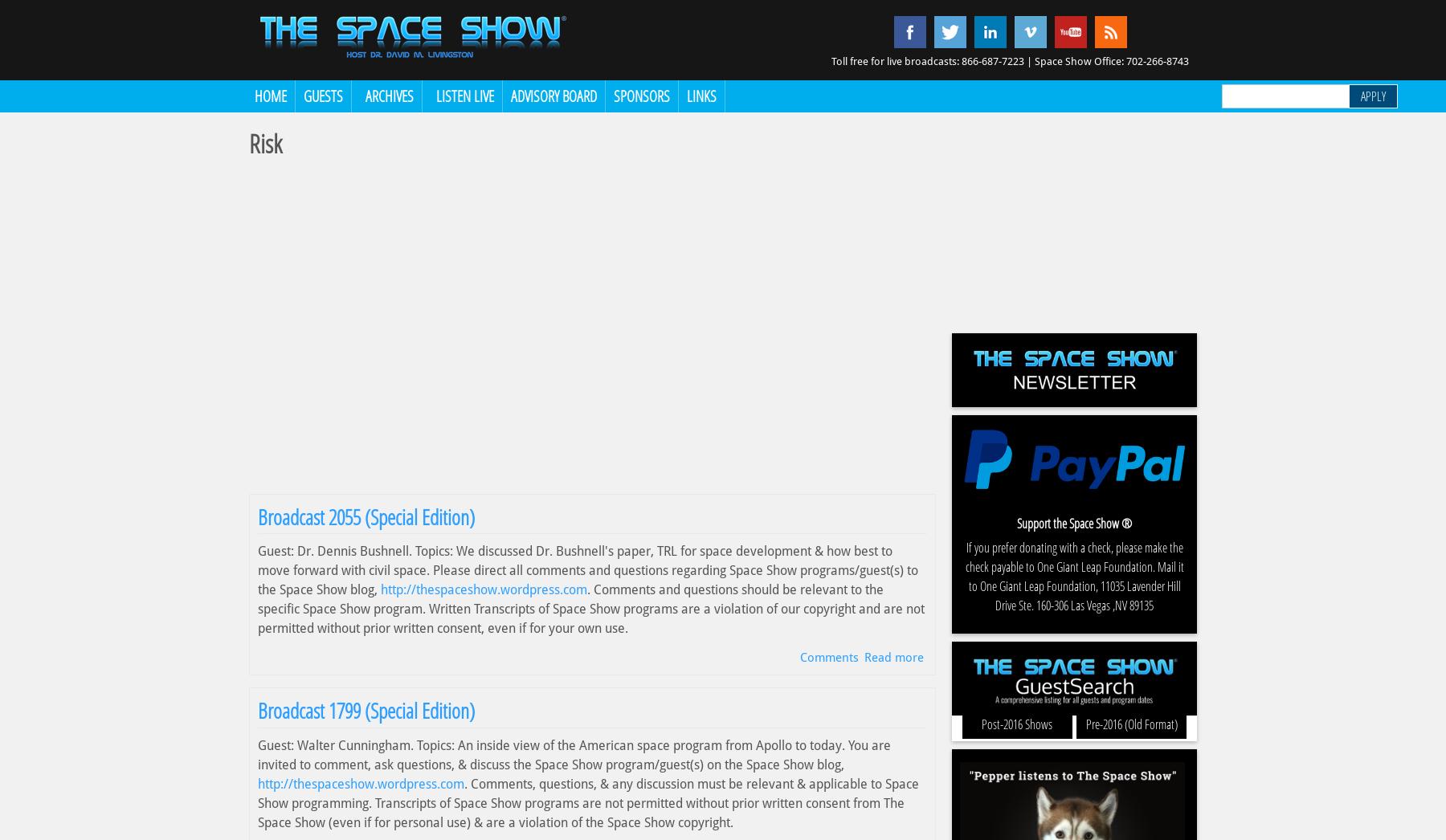  Describe the element at coordinates (963, 576) in the screenshot. I see `'If you prefer donating with a check, please make the check payable to One Giant Leap Foundation. Mail it to One Giant Leap Foundation, 11035 Lavender Hill Drive Ste. 160-306 Las Vegas ,NV 89135'` at that location.